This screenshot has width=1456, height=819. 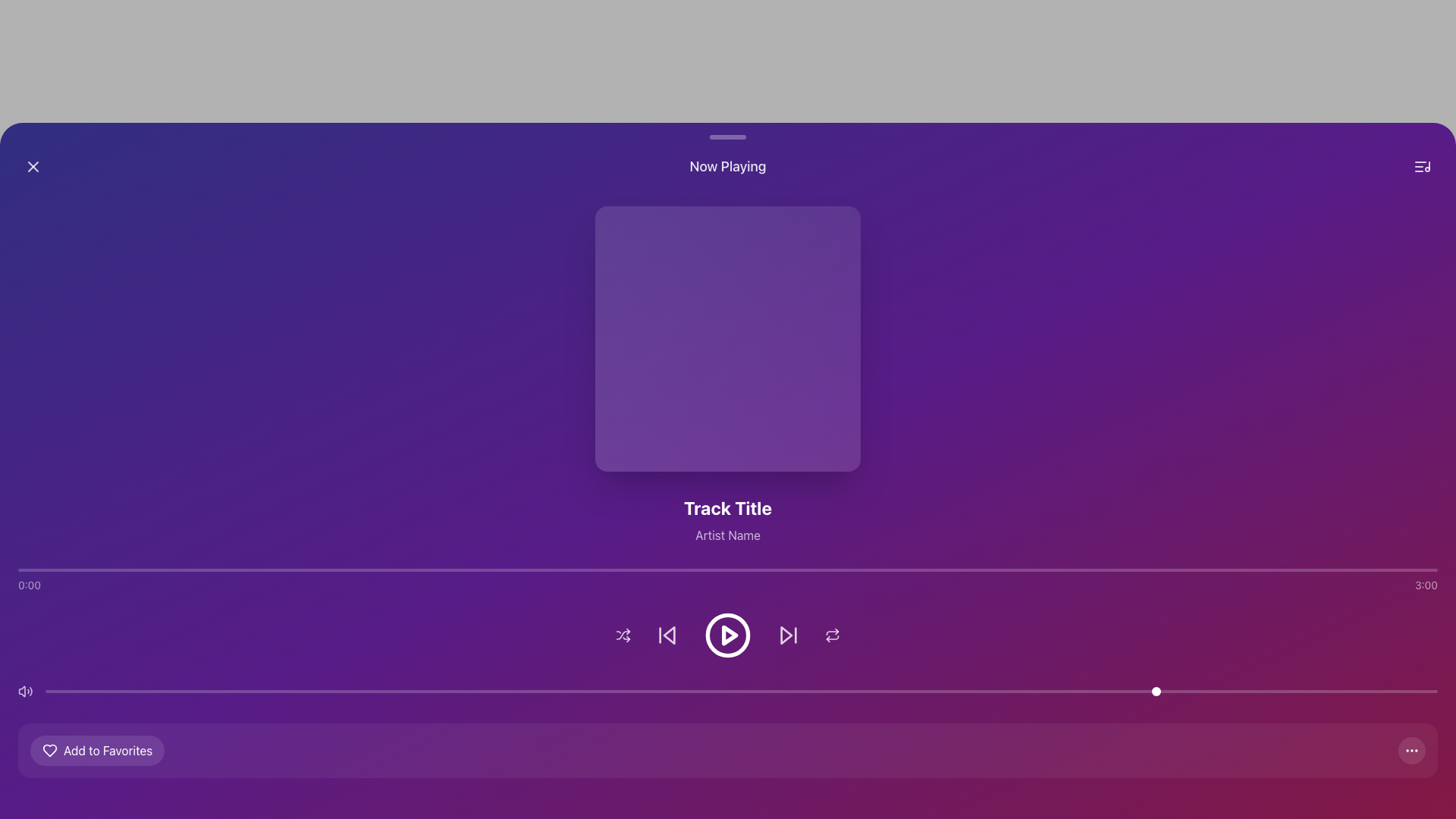 I want to click on the text label displaying '0:00' located at the left end of the horizontal bar near the bottom of the interface, so click(x=29, y=584).